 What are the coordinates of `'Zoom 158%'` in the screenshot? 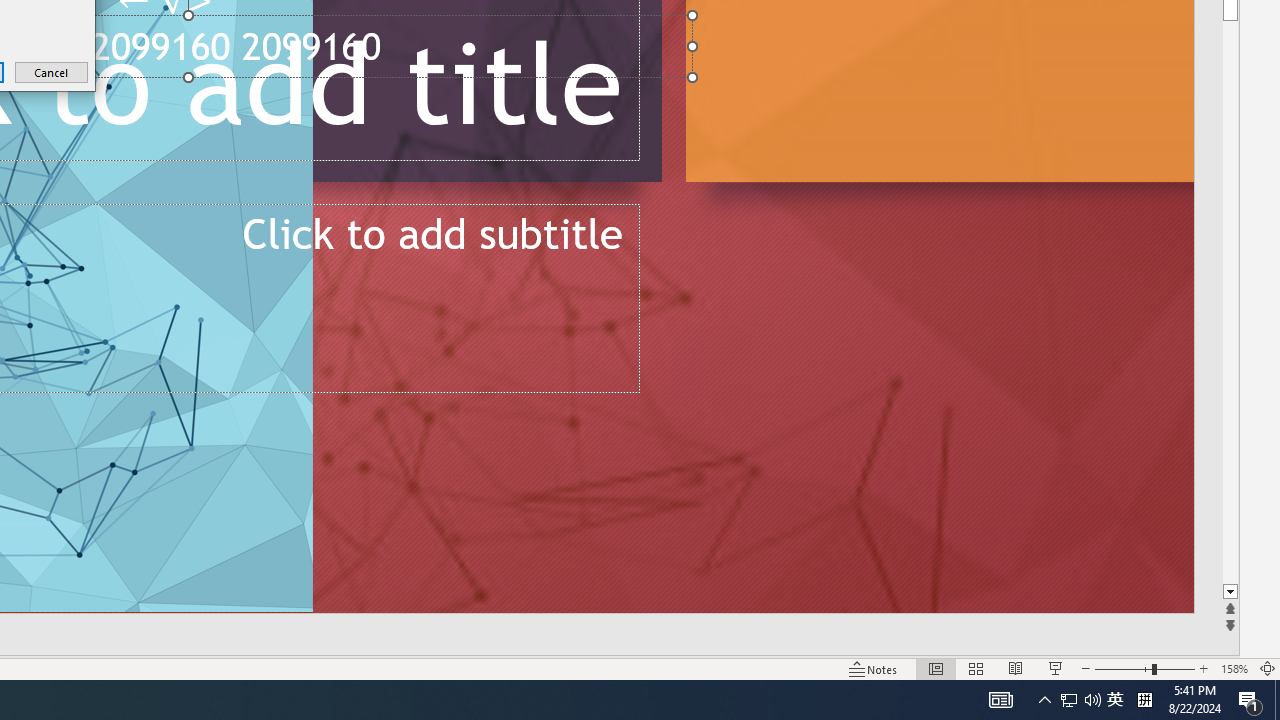 It's located at (1233, 669).